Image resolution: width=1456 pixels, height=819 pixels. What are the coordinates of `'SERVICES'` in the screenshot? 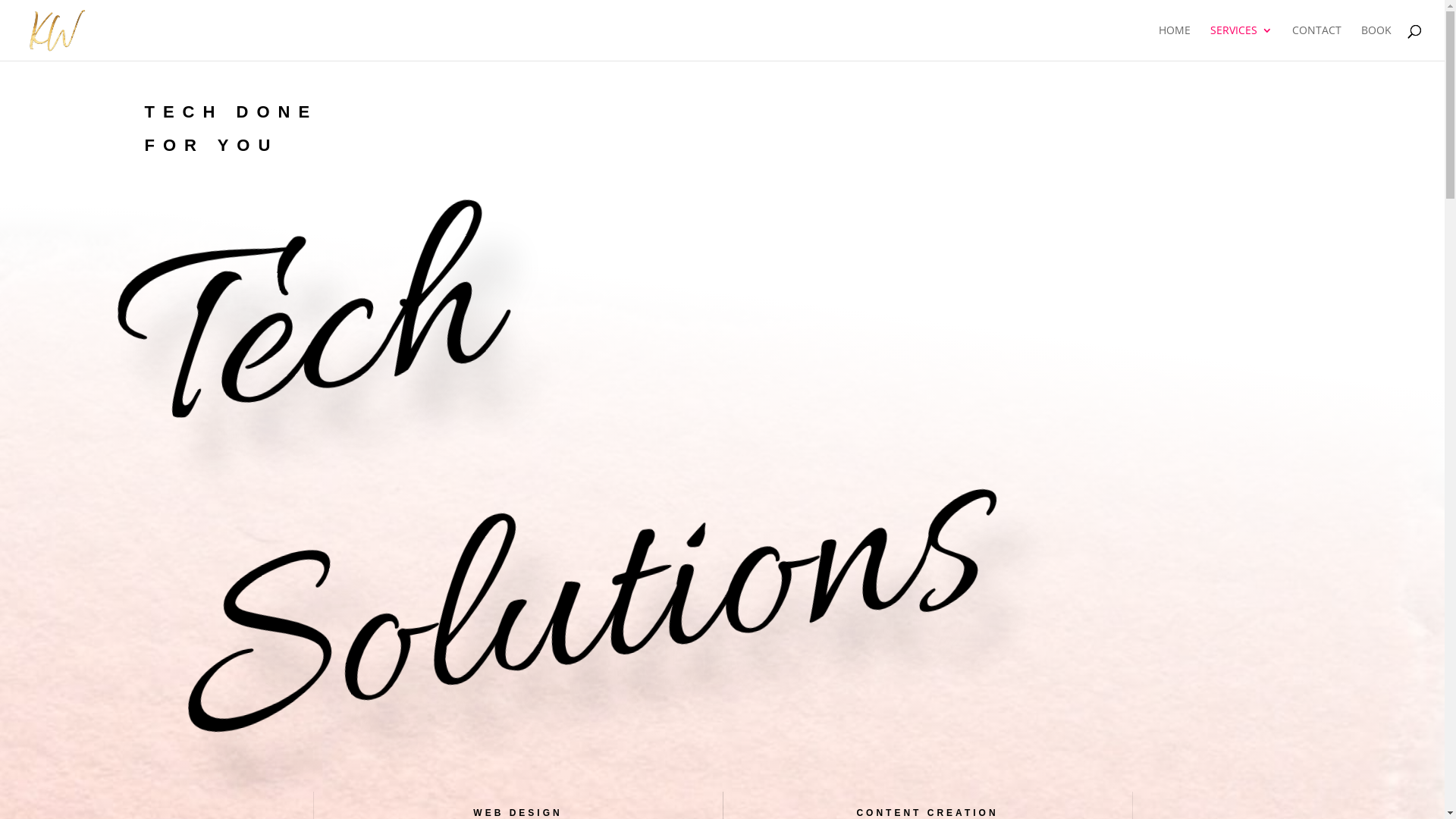 It's located at (1241, 42).